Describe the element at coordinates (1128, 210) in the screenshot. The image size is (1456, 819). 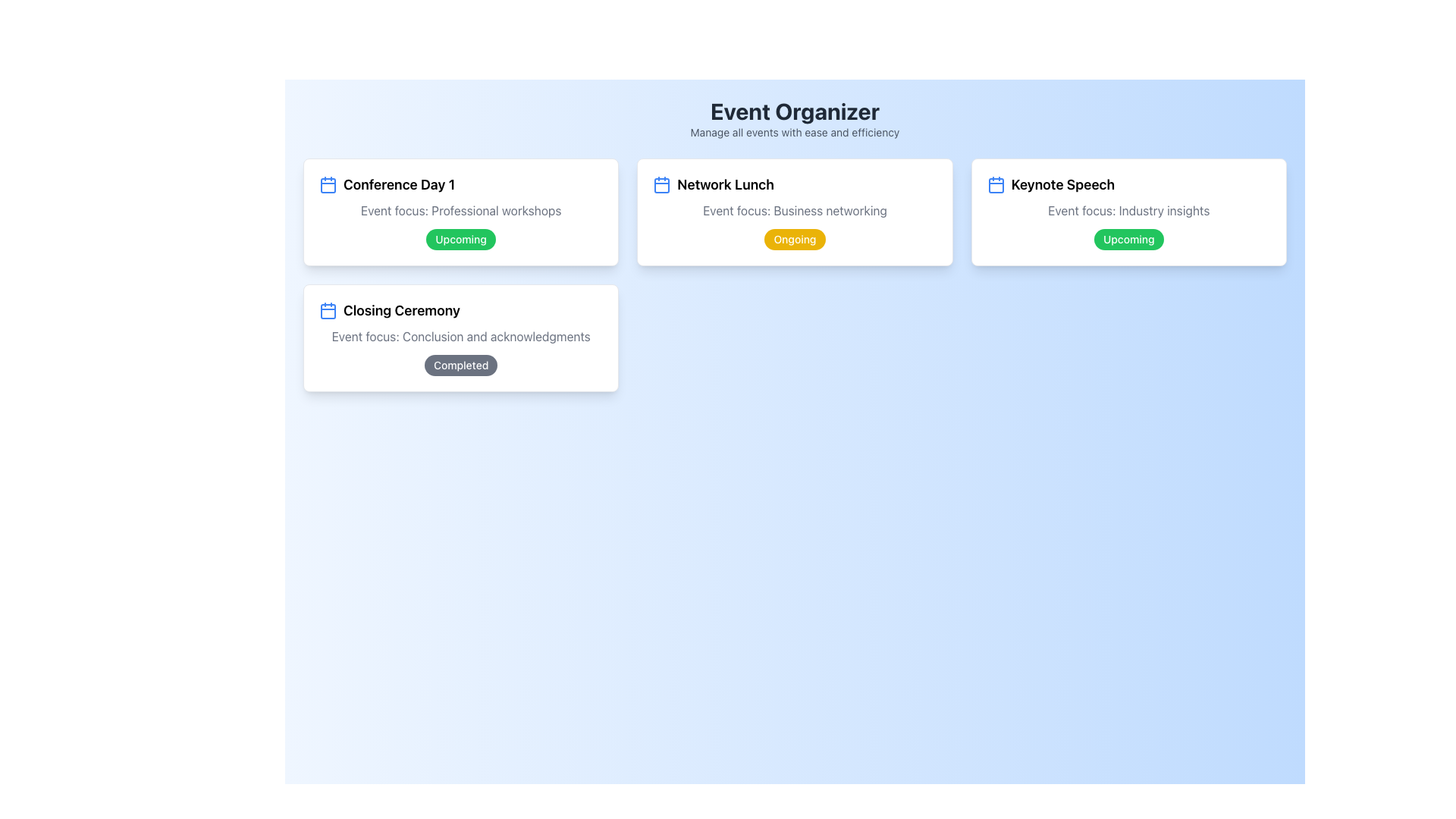
I see `the text label that reads 'Event focus: Industry insights', which is styled in gray and located inside the 'Keynote Speech' card, positioned on the right side of the interface` at that location.